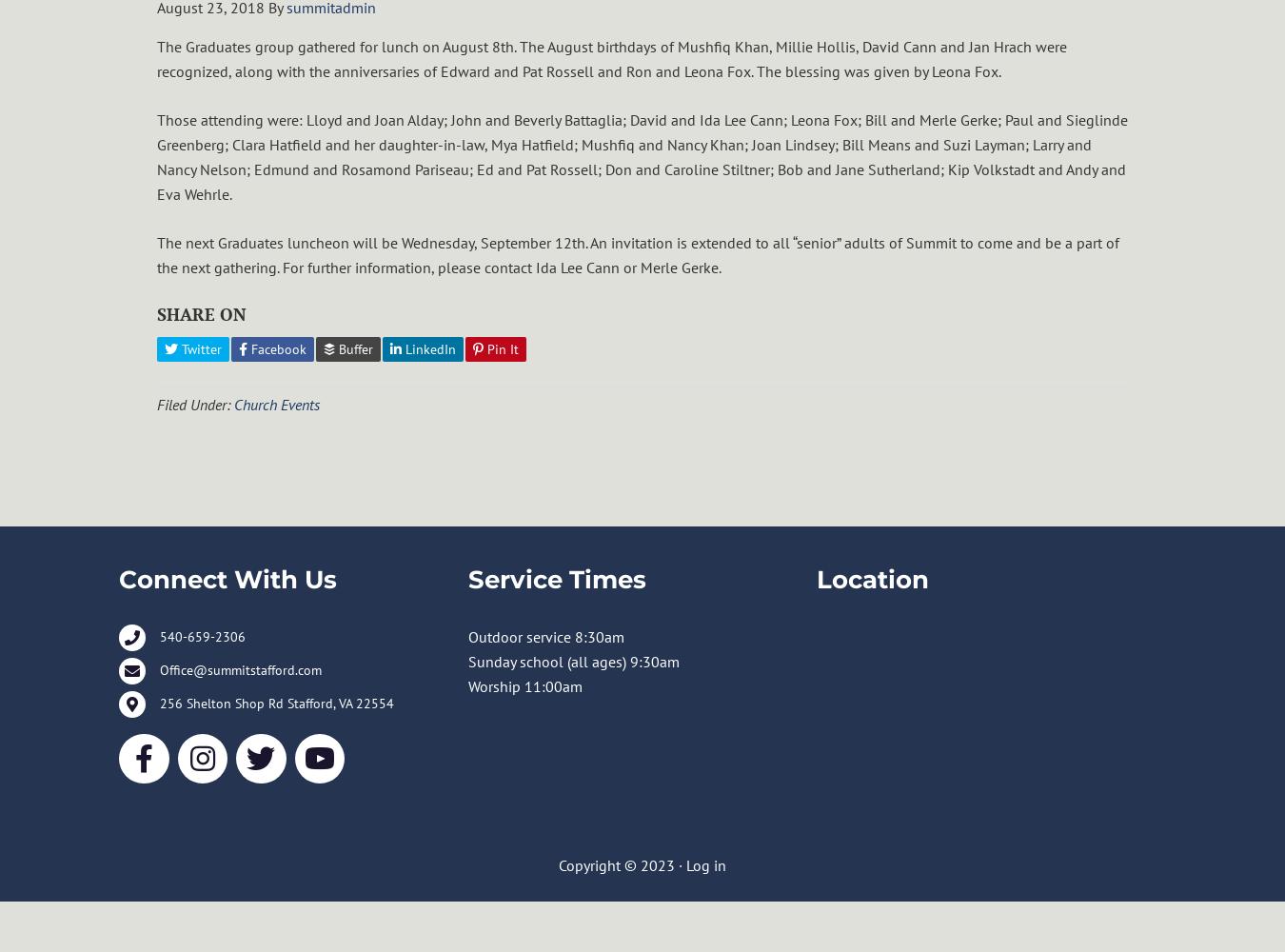  Describe the element at coordinates (201, 313) in the screenshot. I see `'SHARE ON'` at that location.